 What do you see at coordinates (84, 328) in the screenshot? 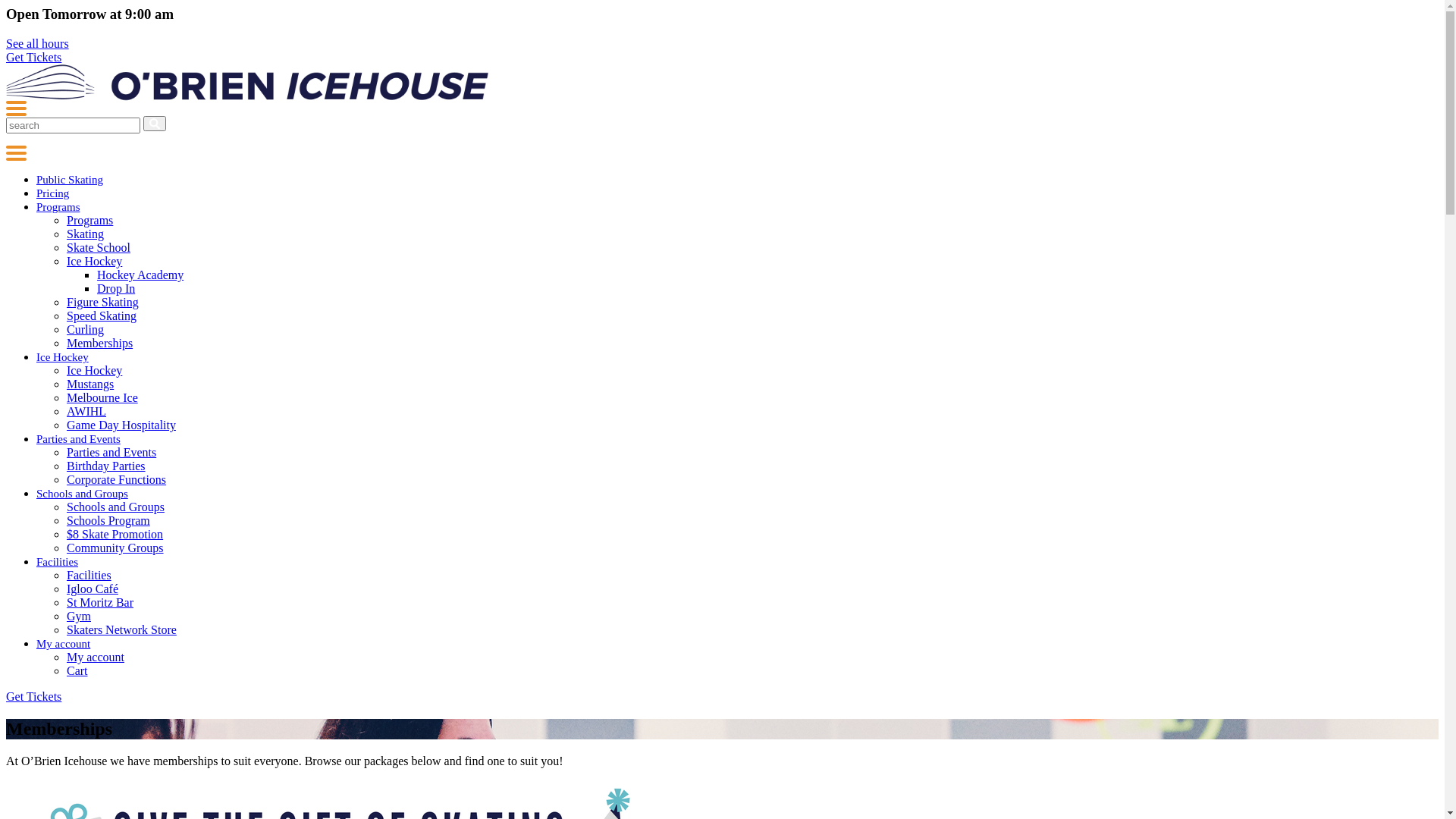
I see `'Curling'` at bounding box center [84, 328].